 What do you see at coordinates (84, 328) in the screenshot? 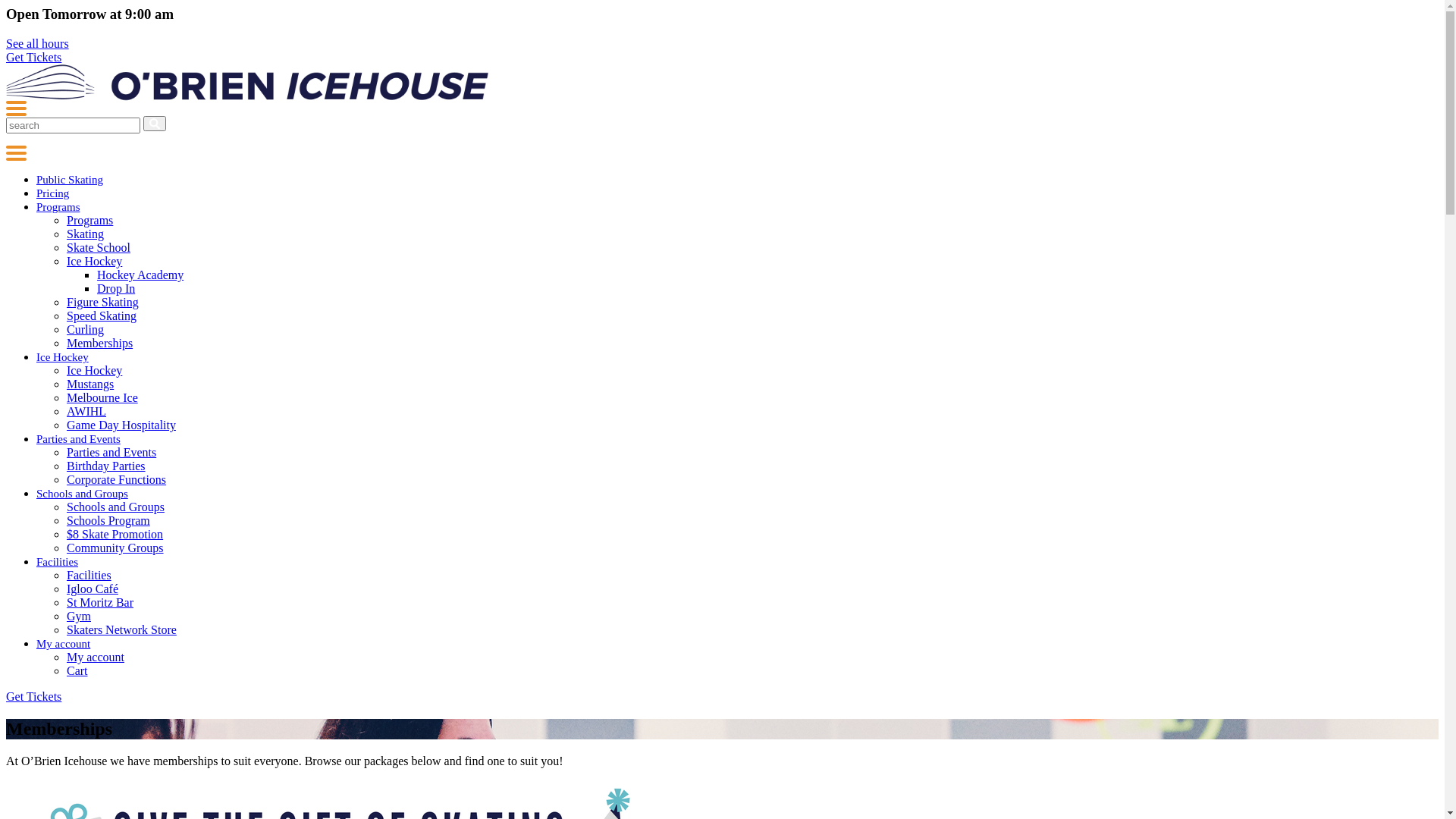
I see `'Curling'` at bounding box center [84, 328].